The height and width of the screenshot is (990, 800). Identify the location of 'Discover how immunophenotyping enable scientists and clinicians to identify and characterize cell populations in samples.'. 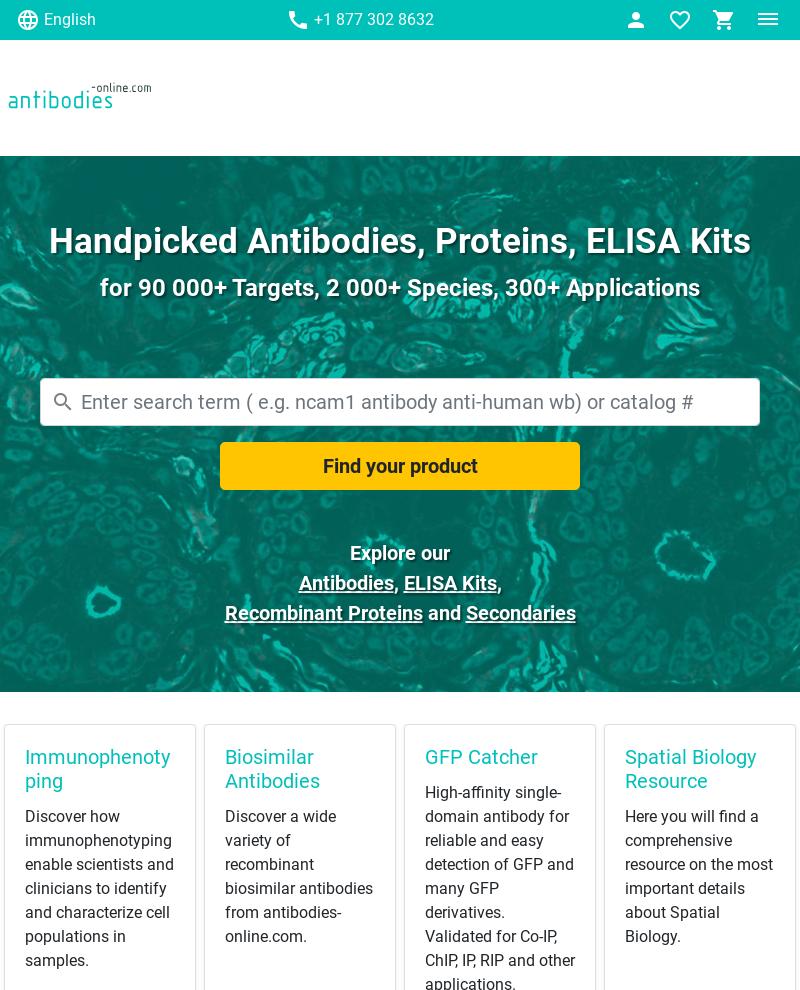
(99, 888).